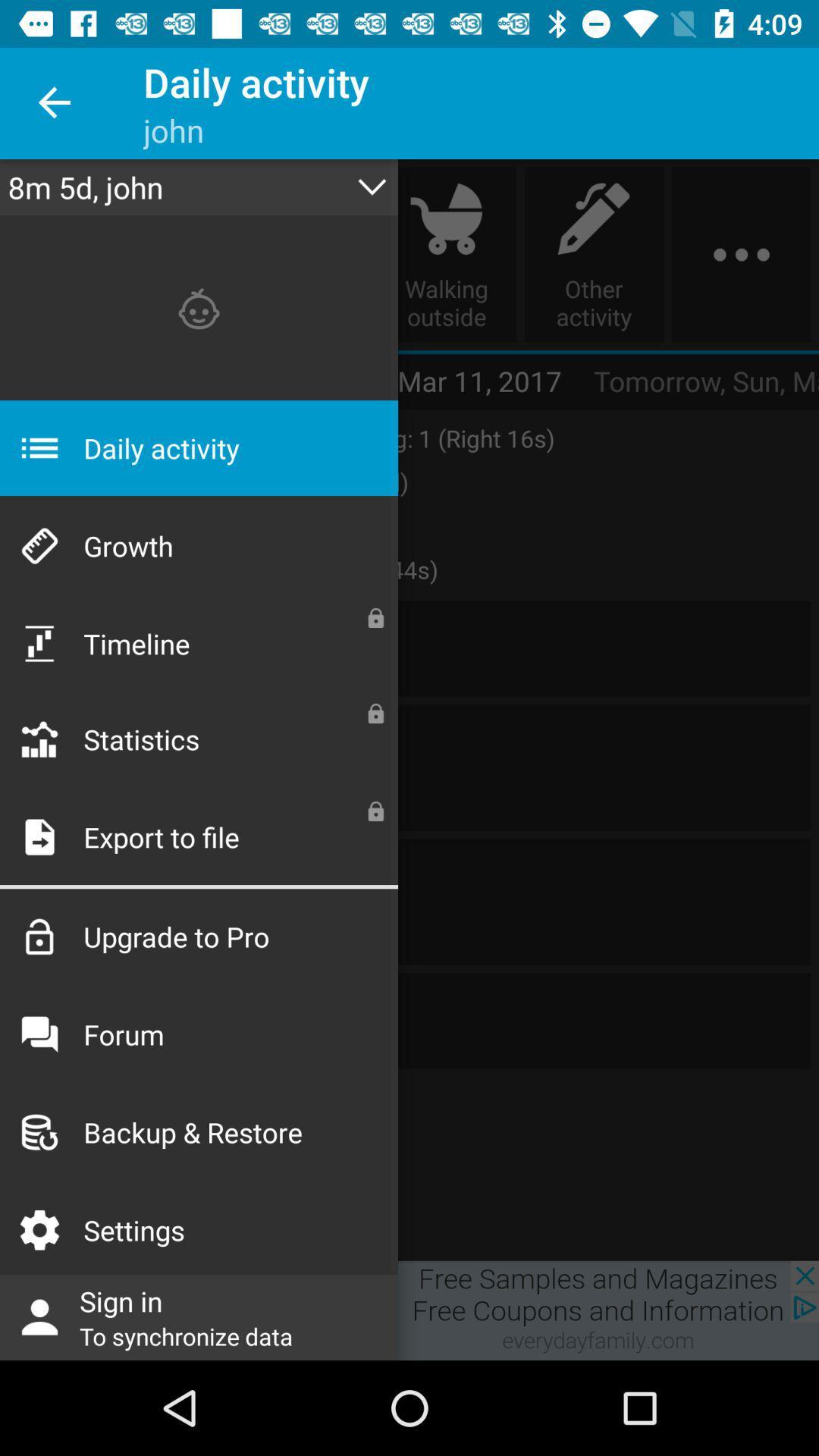 The image size is (819, 1456). I want to click on the more icon, so click(740, 255).